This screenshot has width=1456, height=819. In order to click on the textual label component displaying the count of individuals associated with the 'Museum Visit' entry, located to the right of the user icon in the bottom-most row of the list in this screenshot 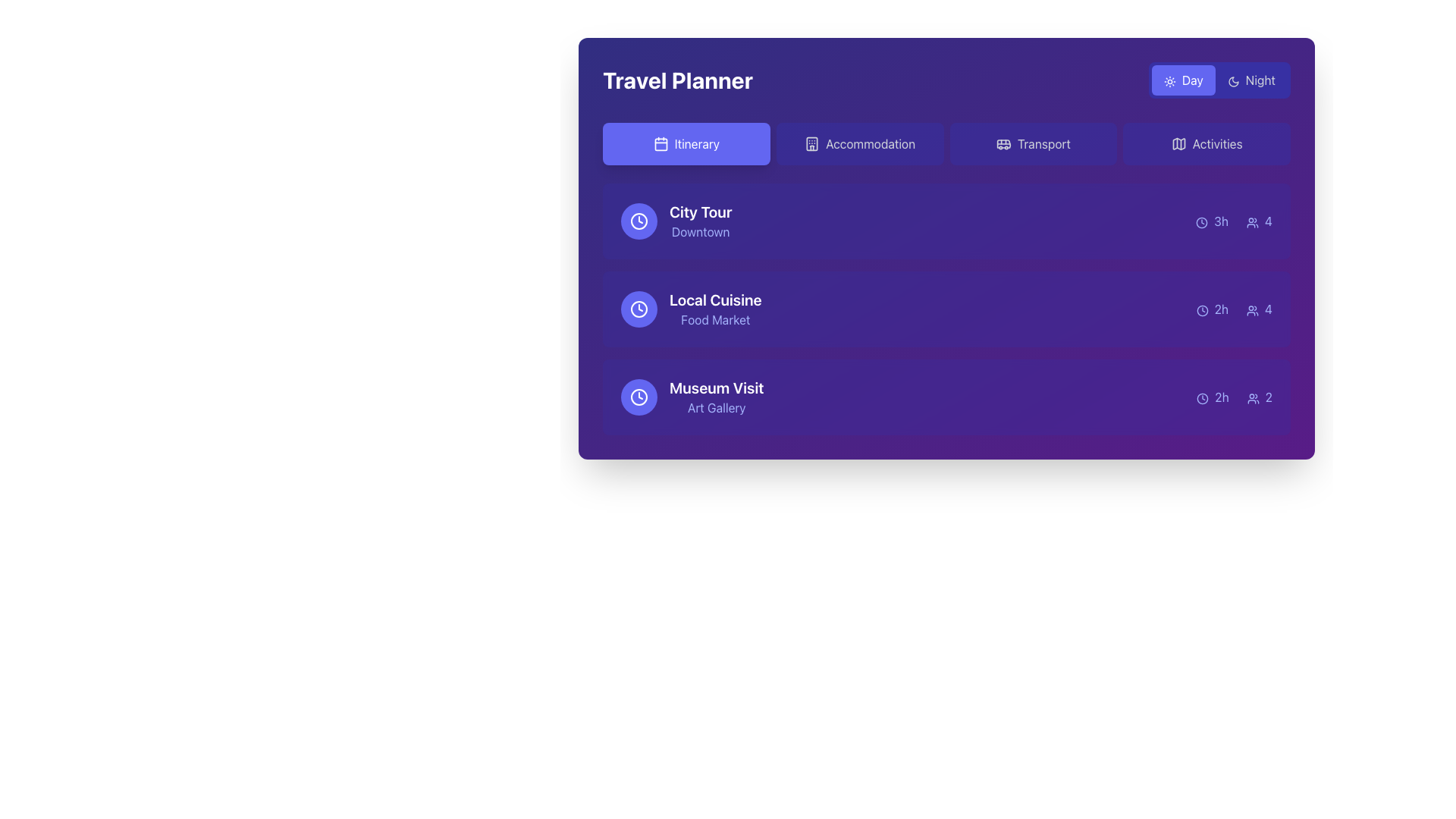, I will do `click(1260, 397)`.